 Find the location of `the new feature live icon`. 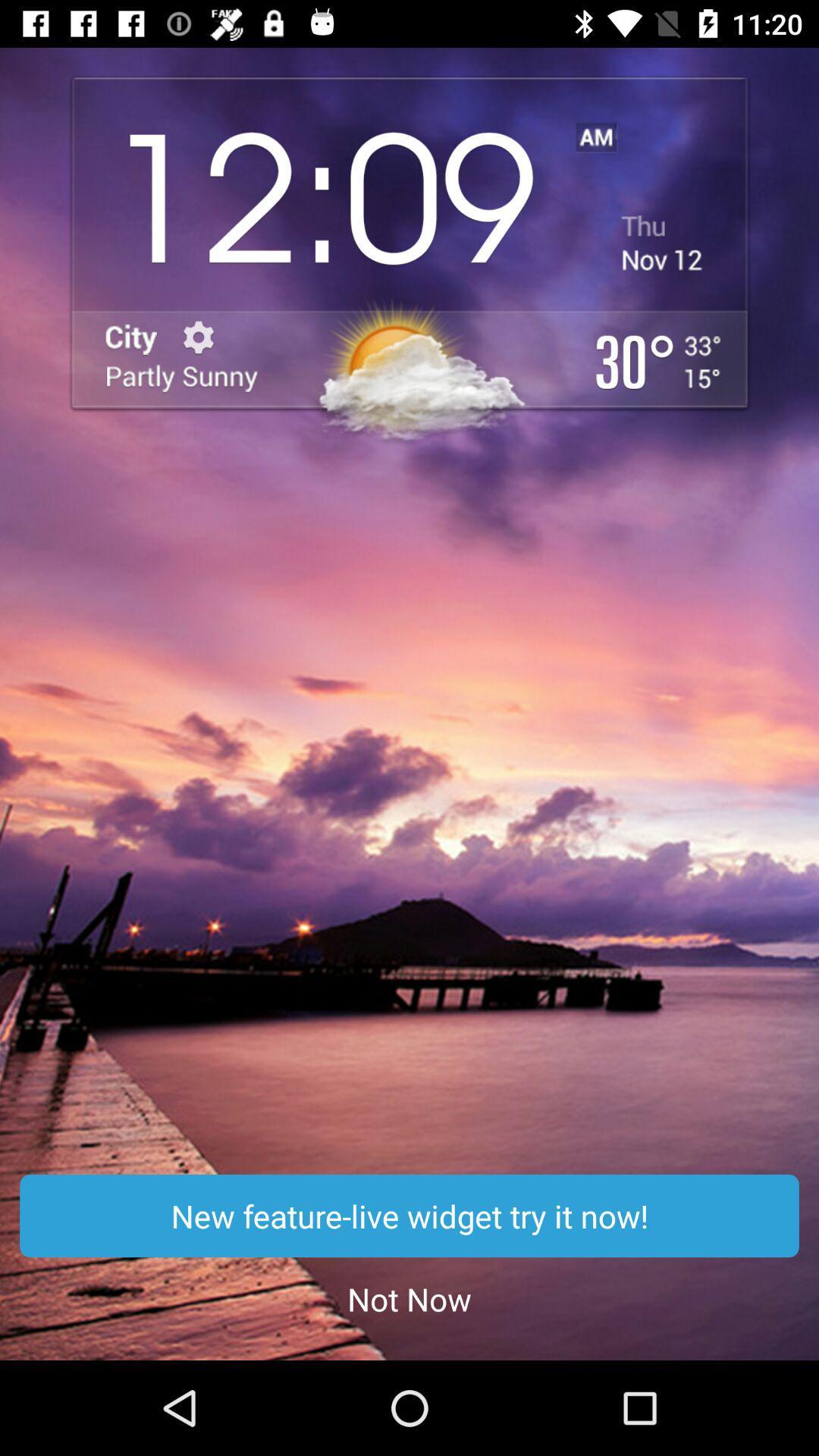

the new feature live icon is located at coordinates (409, 1216).